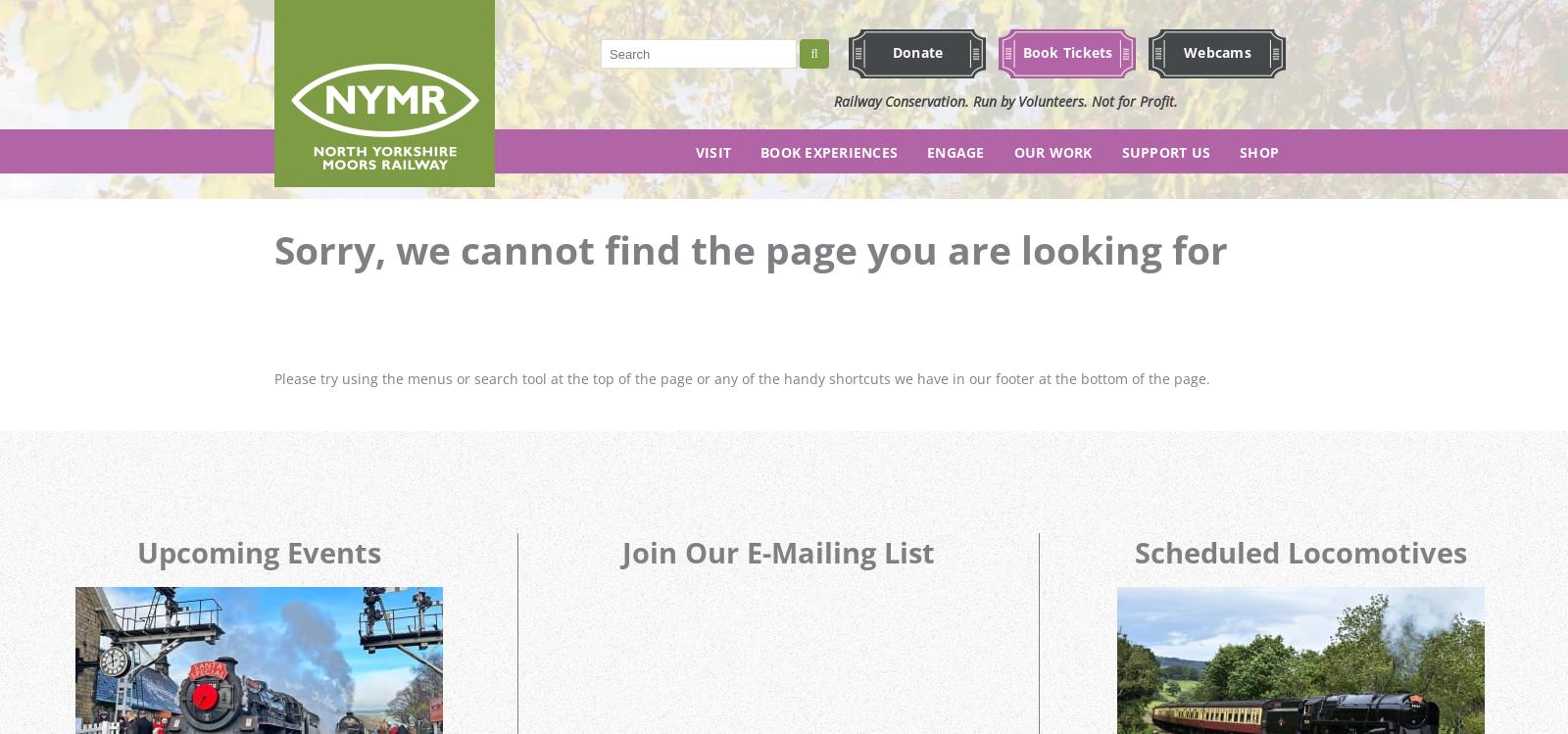  Describe the element at coordinates (1215, 52) in the screenshot. I see `'Webcams'` at that location.